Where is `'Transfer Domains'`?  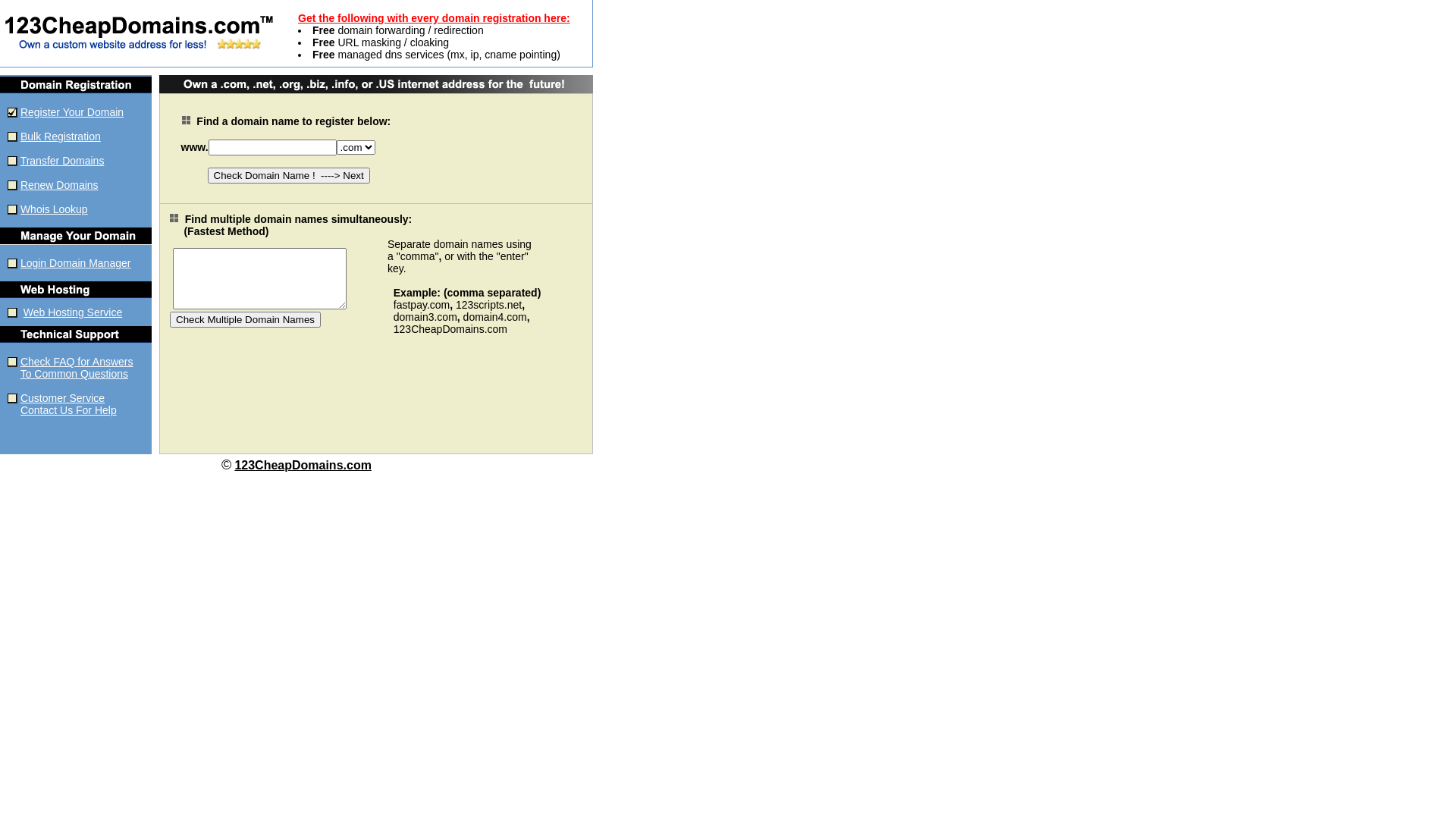 'Transfer Domains' is located at coordinates (61, 161).